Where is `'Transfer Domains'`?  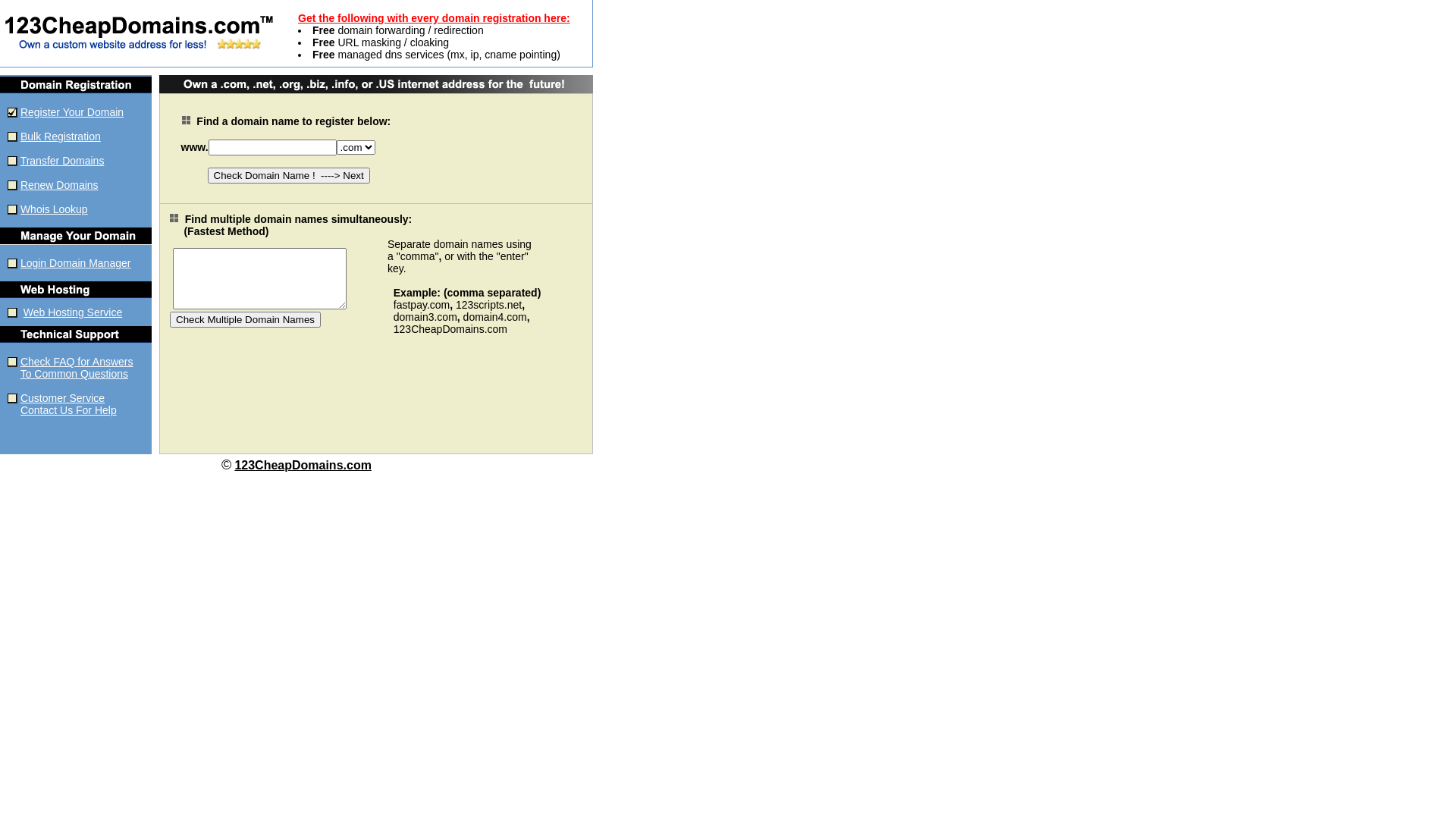 'Transfer Domains' is located at coordinates (61, 161).